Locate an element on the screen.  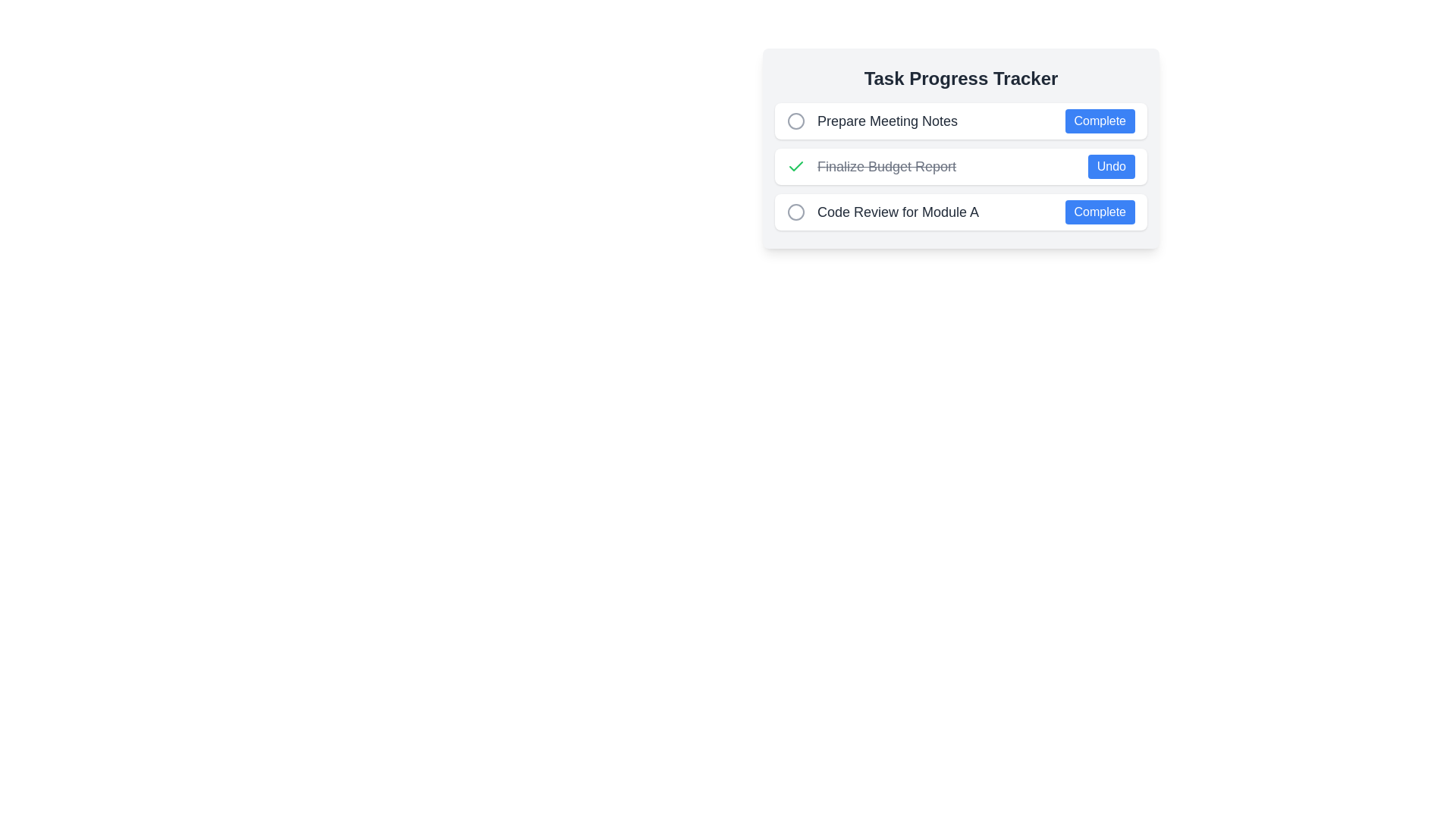
task title 'Prepare Meeting Notes' from the text label styled in bold font, located at the top of the task list with a status indicator adjacent to it is located at coordinates (872, 120).